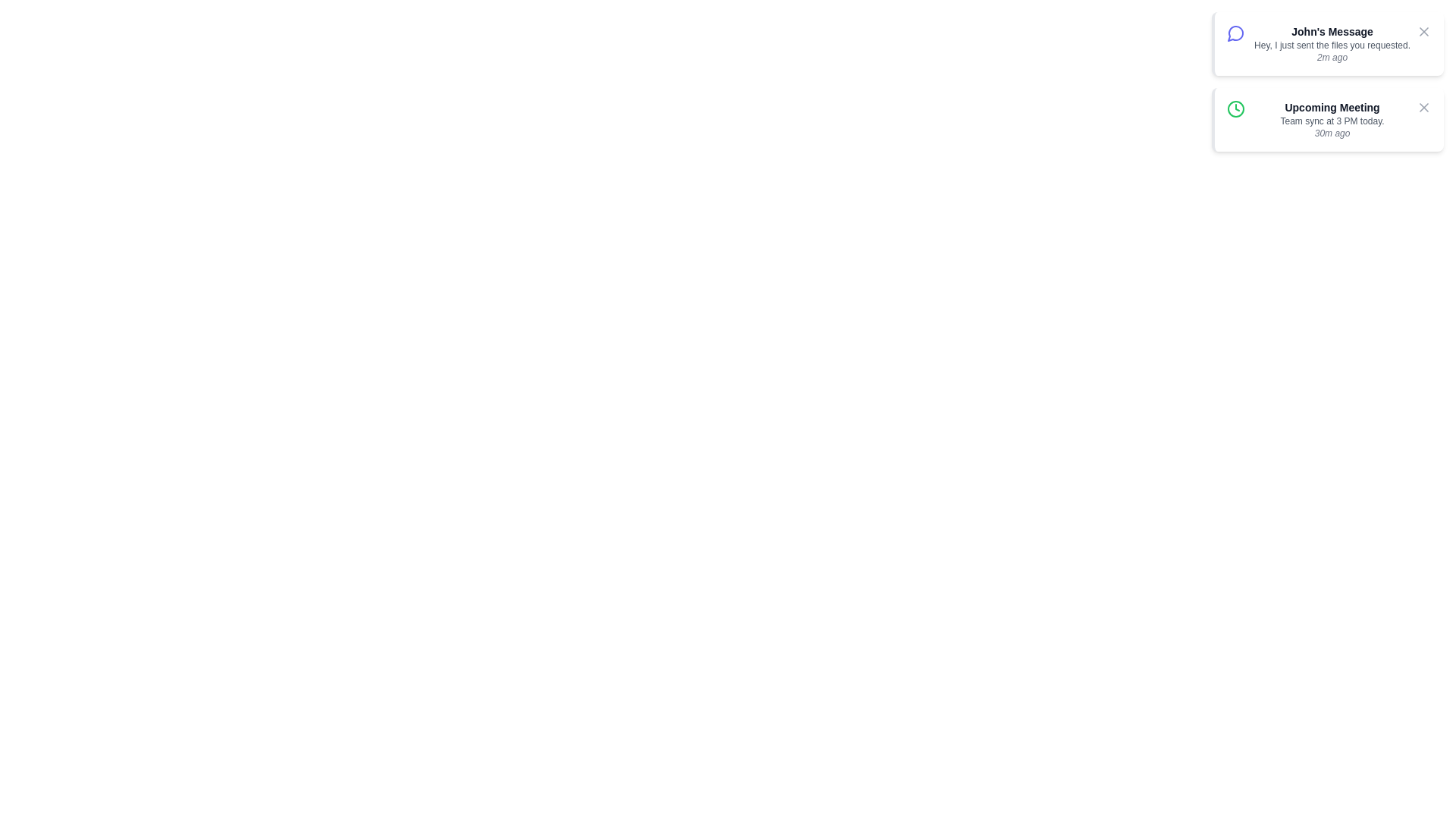 This screenshot has height=819, width=1456. Describe the element at coordinates (1423, 32) in the screenshot. I see `close button for the notification titled John's Message` at that location.